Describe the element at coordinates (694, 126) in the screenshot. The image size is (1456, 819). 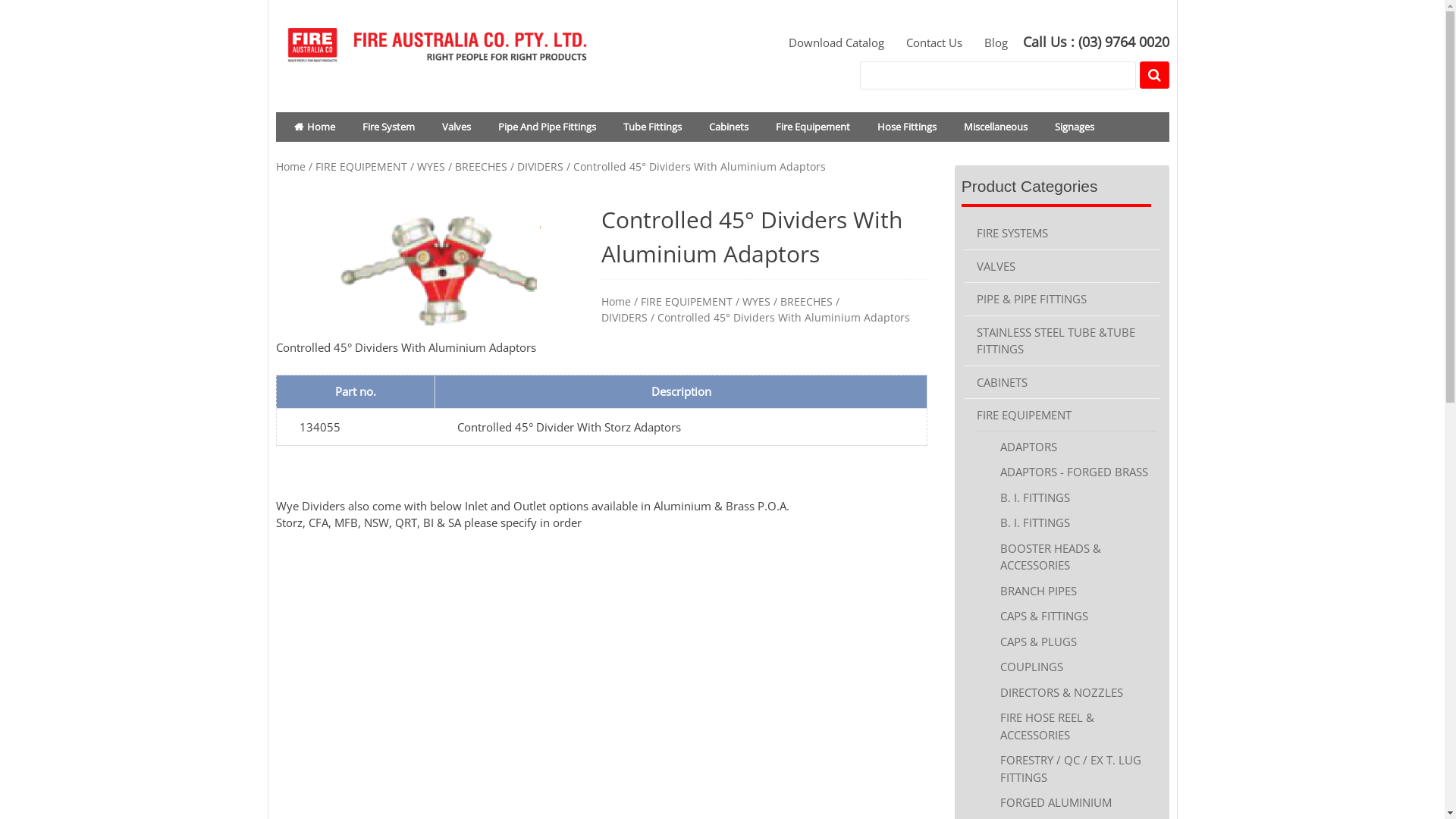
I see `'Cabinets'` at that location.